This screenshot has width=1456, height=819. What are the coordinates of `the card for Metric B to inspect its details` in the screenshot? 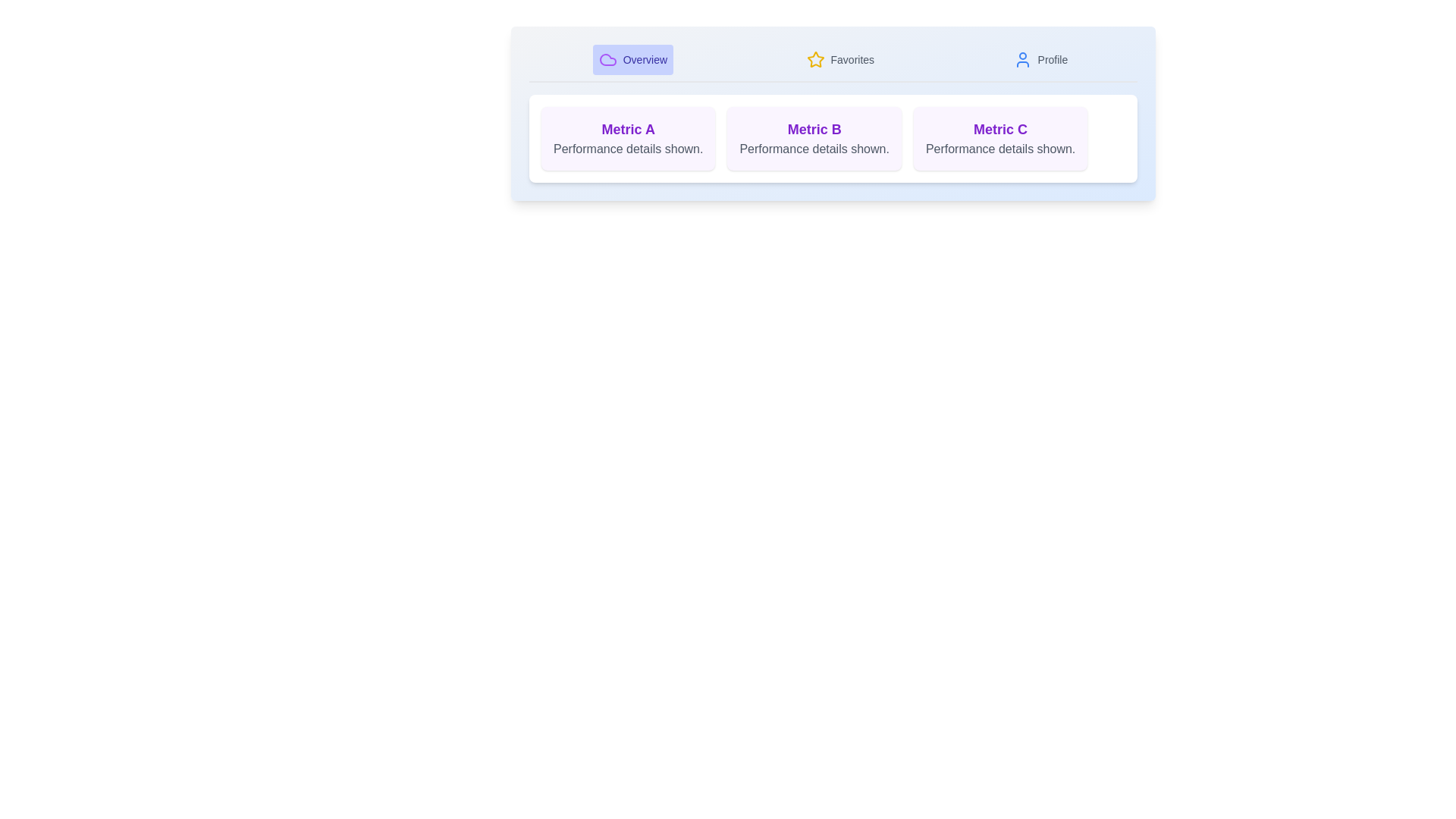 It's located at (814, 138).